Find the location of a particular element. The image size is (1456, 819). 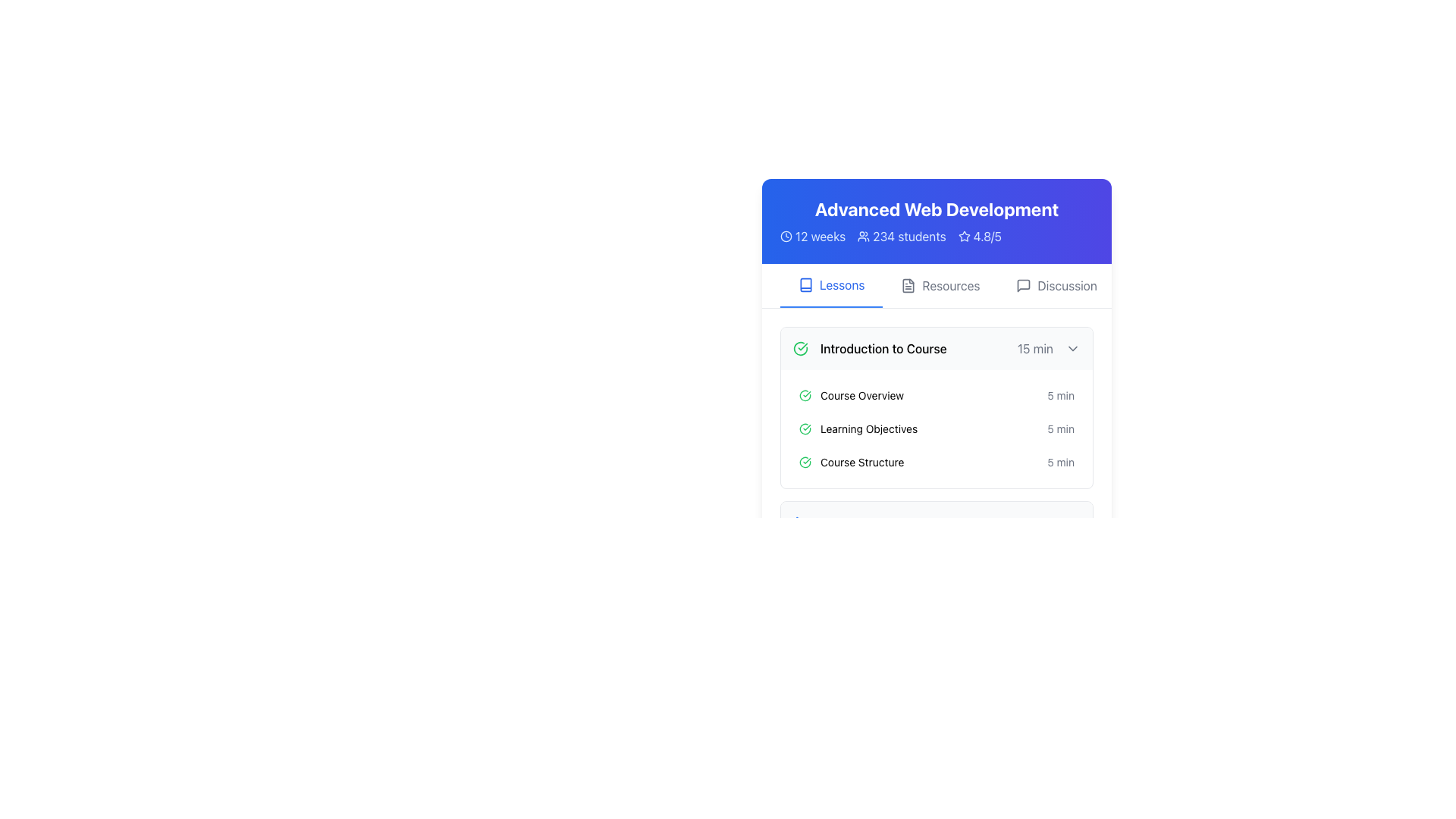

the text with icon that represents a lesson or topic in the course structure, specifically the third item in the list under 'Introduction to Course' is located at coordinates (852, 461).